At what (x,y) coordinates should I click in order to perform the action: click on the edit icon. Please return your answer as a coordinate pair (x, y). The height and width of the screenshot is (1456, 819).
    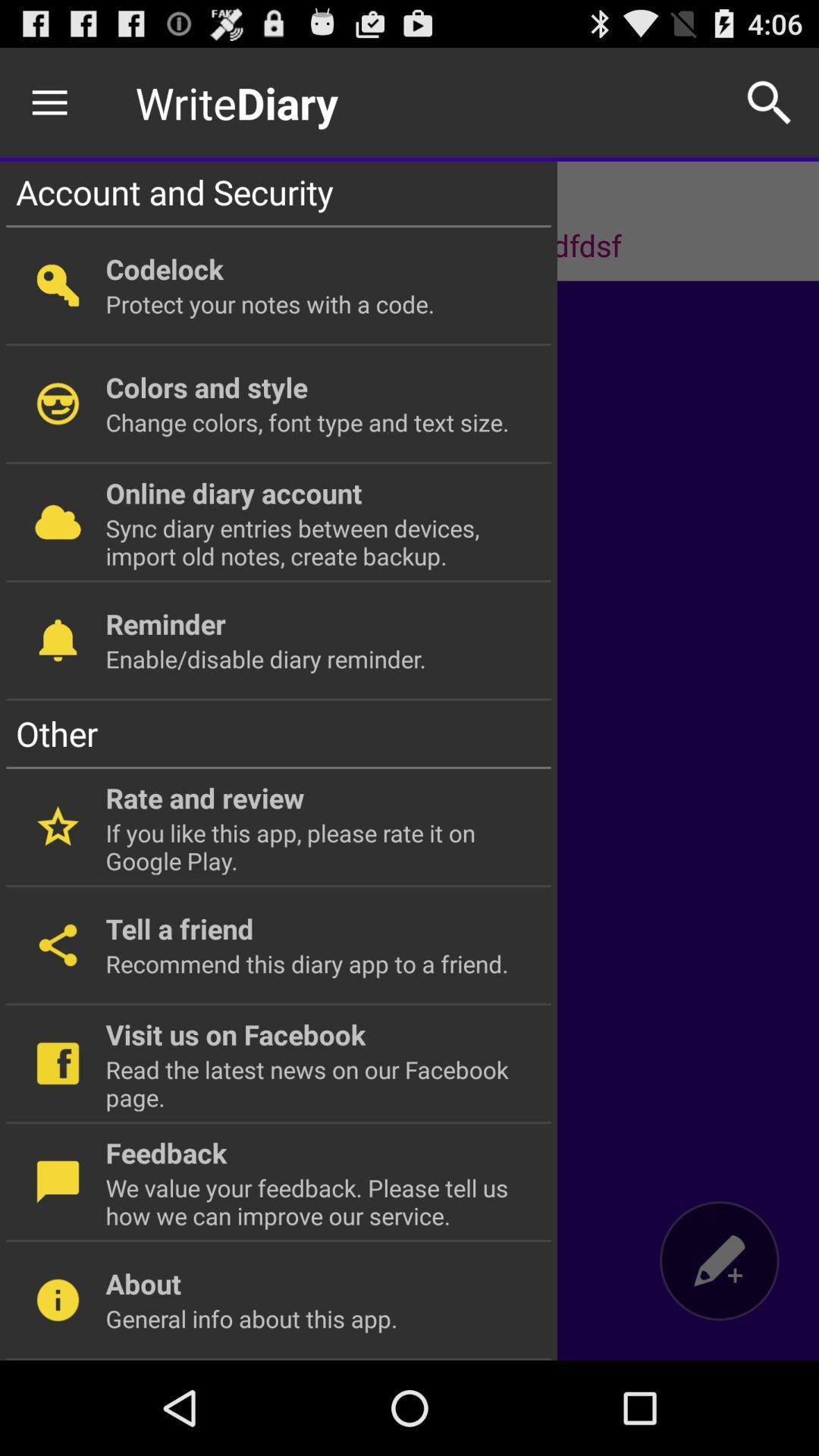
    Looking at the image, I should click on (718, 1349).